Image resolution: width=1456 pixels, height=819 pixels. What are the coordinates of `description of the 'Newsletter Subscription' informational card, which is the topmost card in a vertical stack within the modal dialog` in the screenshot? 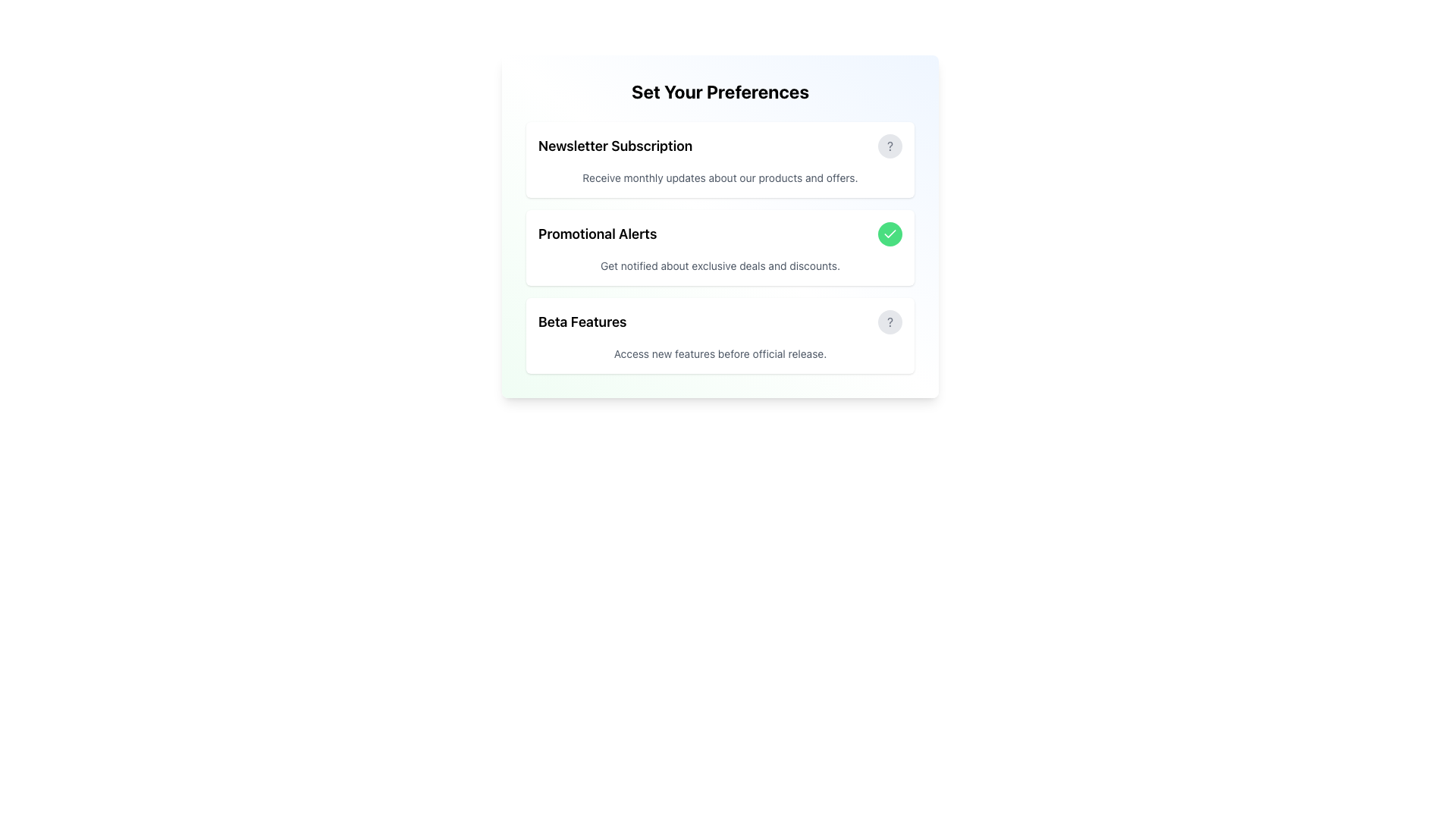 It's located at (720, 160).